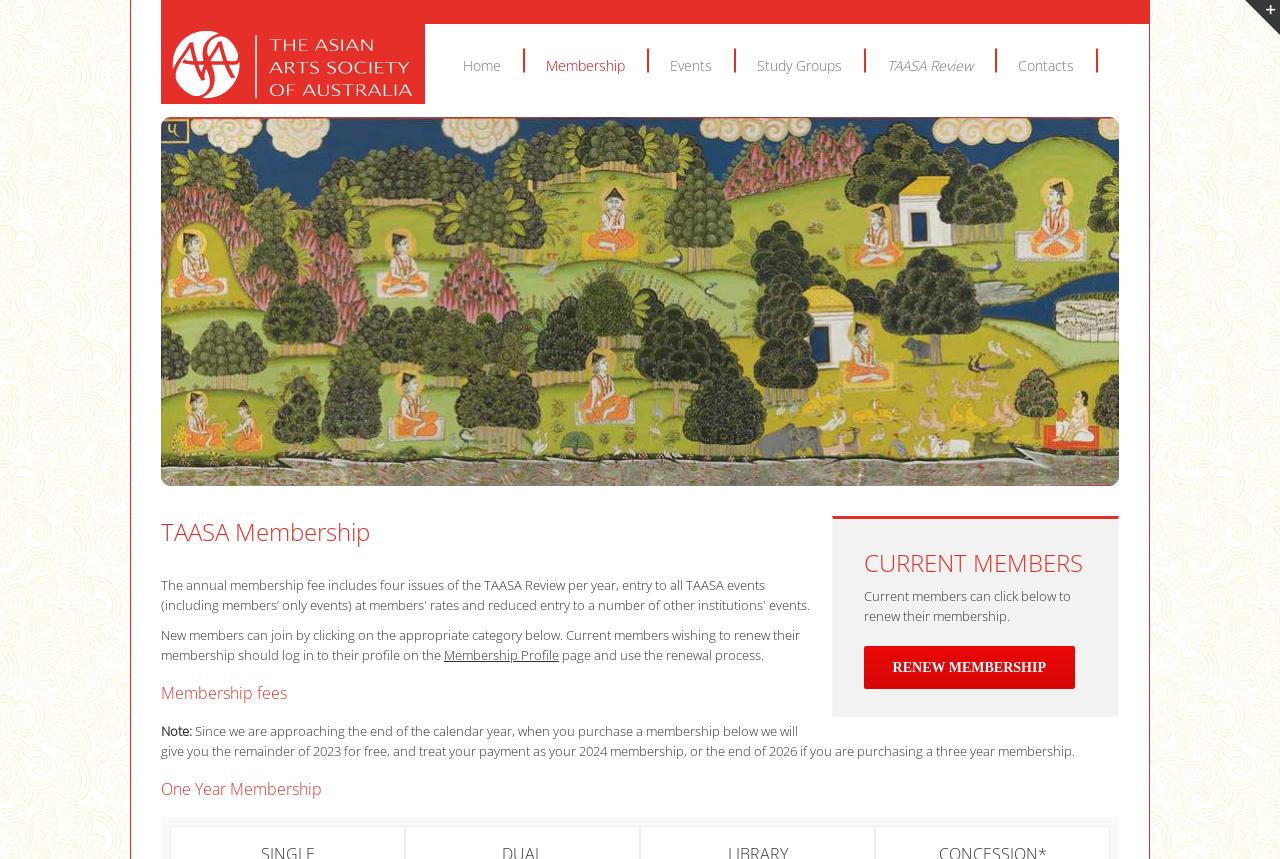  What do you see at coordinates (972, 561) in the screenshot?
I see `'CURRENT MEMBERS'` at bounding box center [972, 561].